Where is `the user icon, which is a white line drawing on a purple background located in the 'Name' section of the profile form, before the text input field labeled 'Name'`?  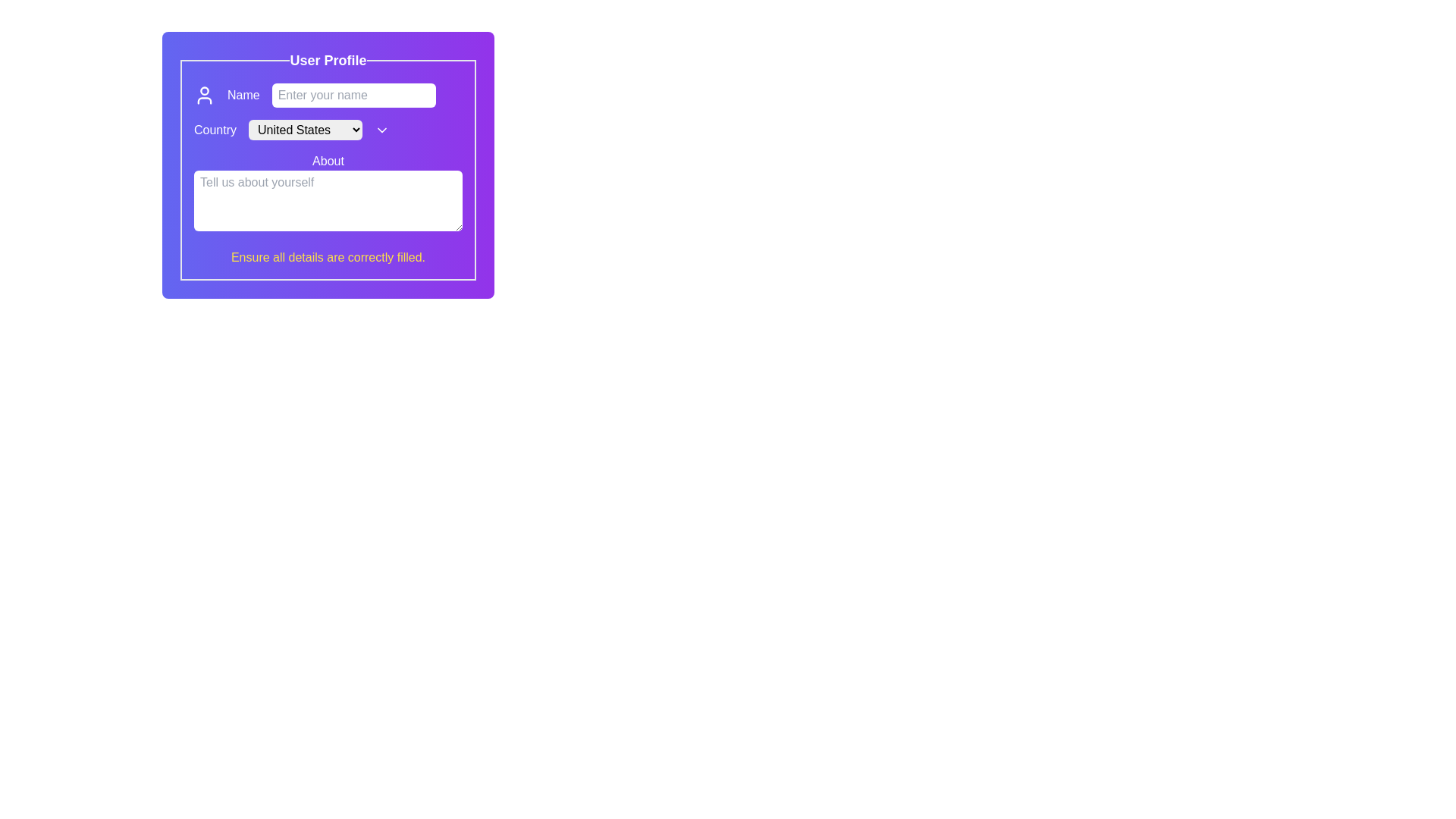 the user icon, which is a white line drawing on a purple background located in the 'Name' section of the profile form, before the text input field labeled 'Name' is located at coordinates (203, 96).